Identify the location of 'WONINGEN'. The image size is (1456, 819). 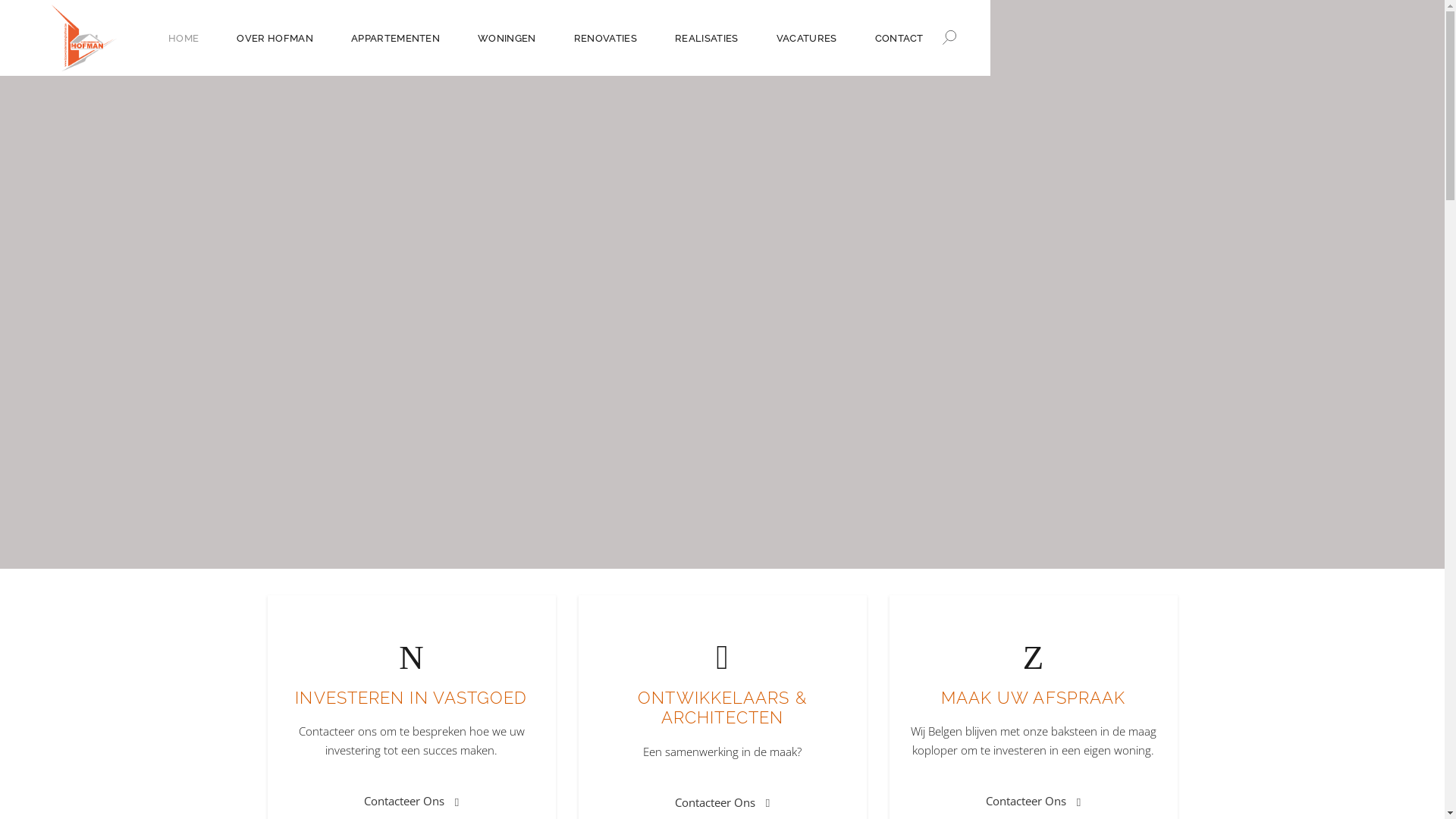
(507, 36).